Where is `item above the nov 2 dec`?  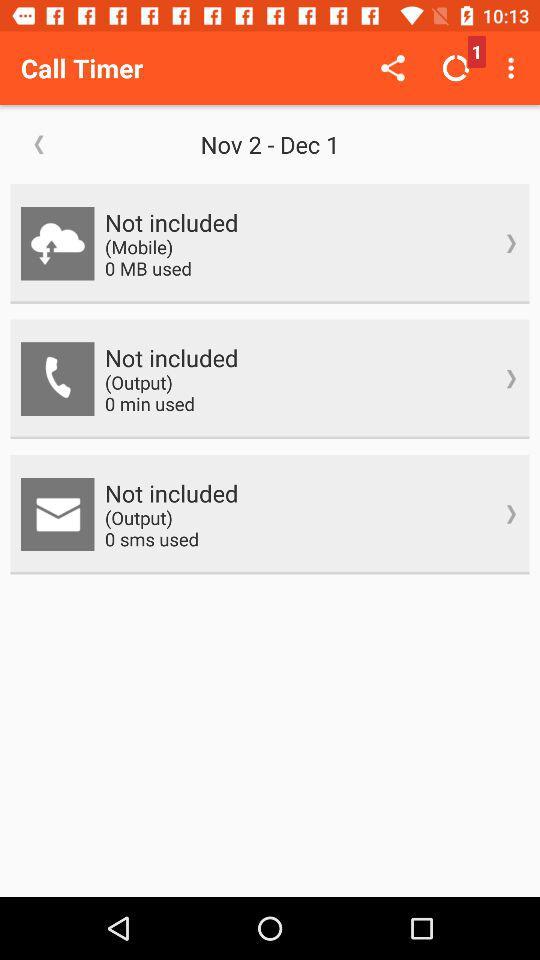 item above the nov 2 dec is located at coordinates (393, 68).